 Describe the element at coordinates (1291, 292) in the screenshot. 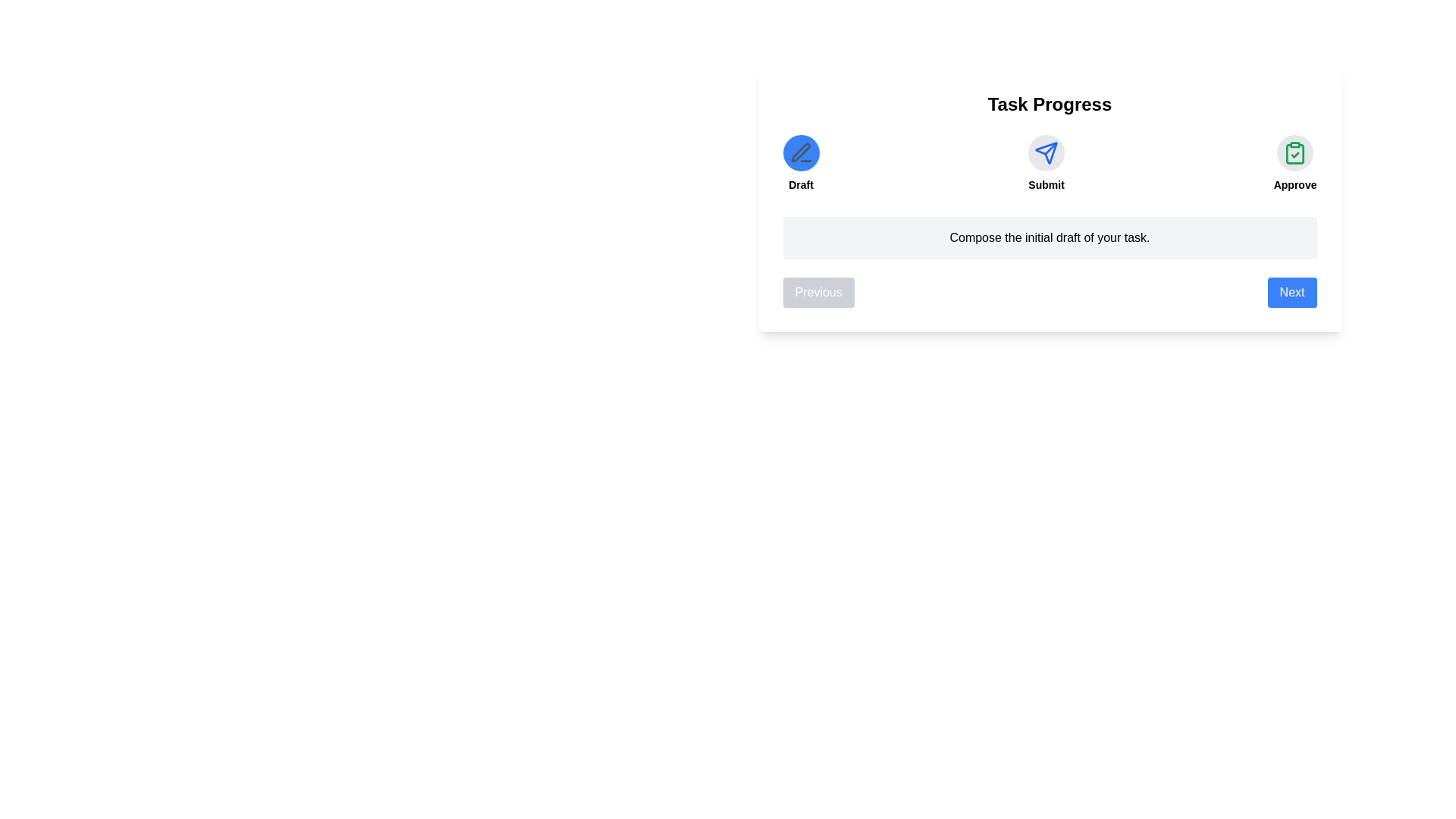

I see `the 'Next' button to proceed to the next step in the task progress tracker` at that location.